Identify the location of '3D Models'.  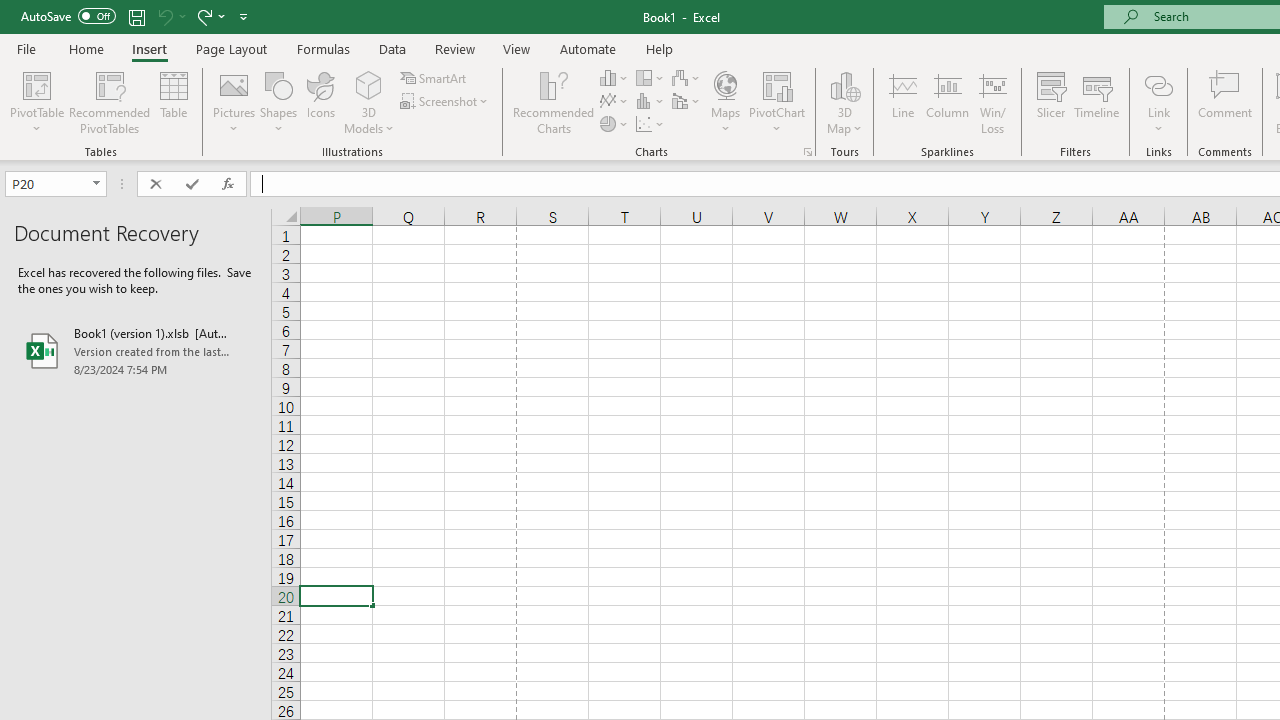
(369, 103).